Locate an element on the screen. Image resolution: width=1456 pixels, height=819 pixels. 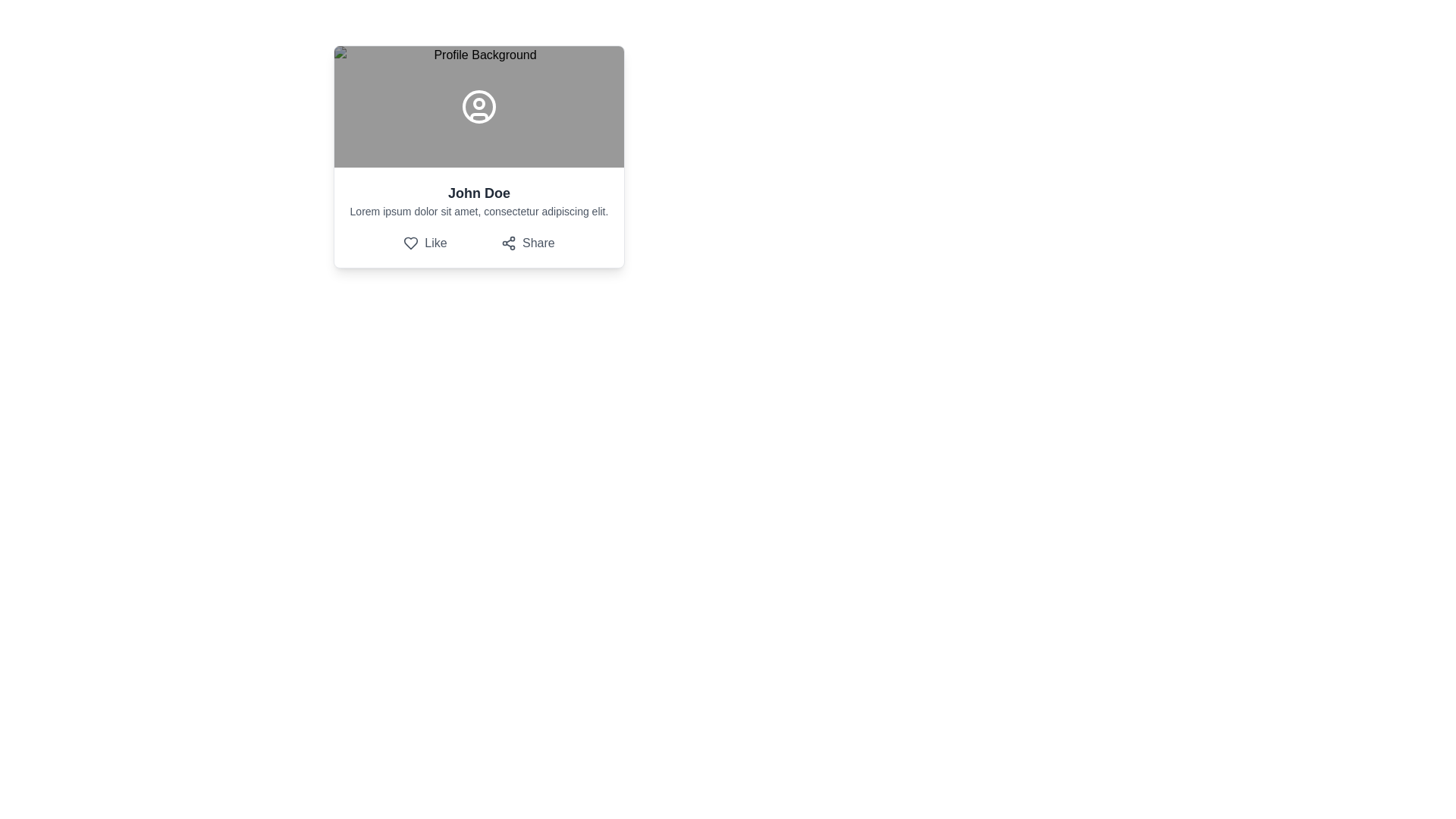
the circular graphical element that is centrally positioned within a larger circular structure in the top area of the profile card widget is located at coordinates (479, 103).